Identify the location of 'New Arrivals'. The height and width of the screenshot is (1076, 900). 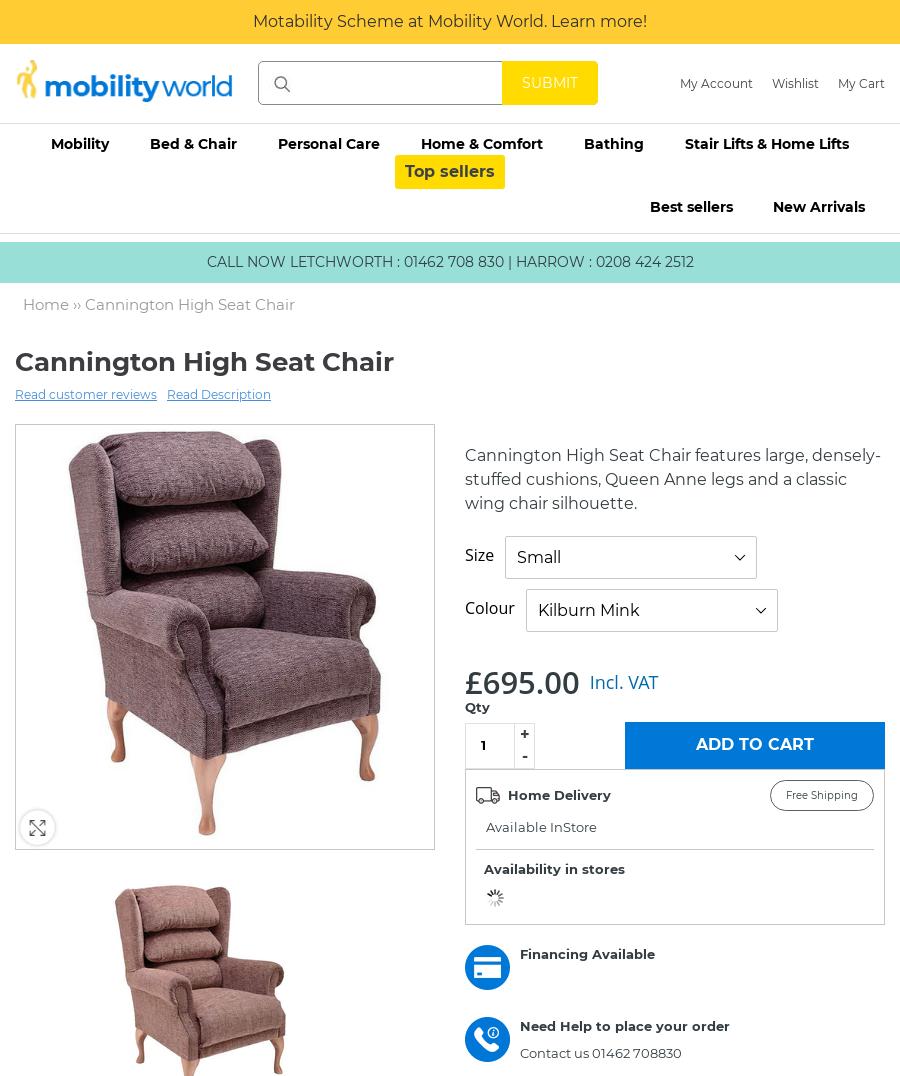
(819, 204).